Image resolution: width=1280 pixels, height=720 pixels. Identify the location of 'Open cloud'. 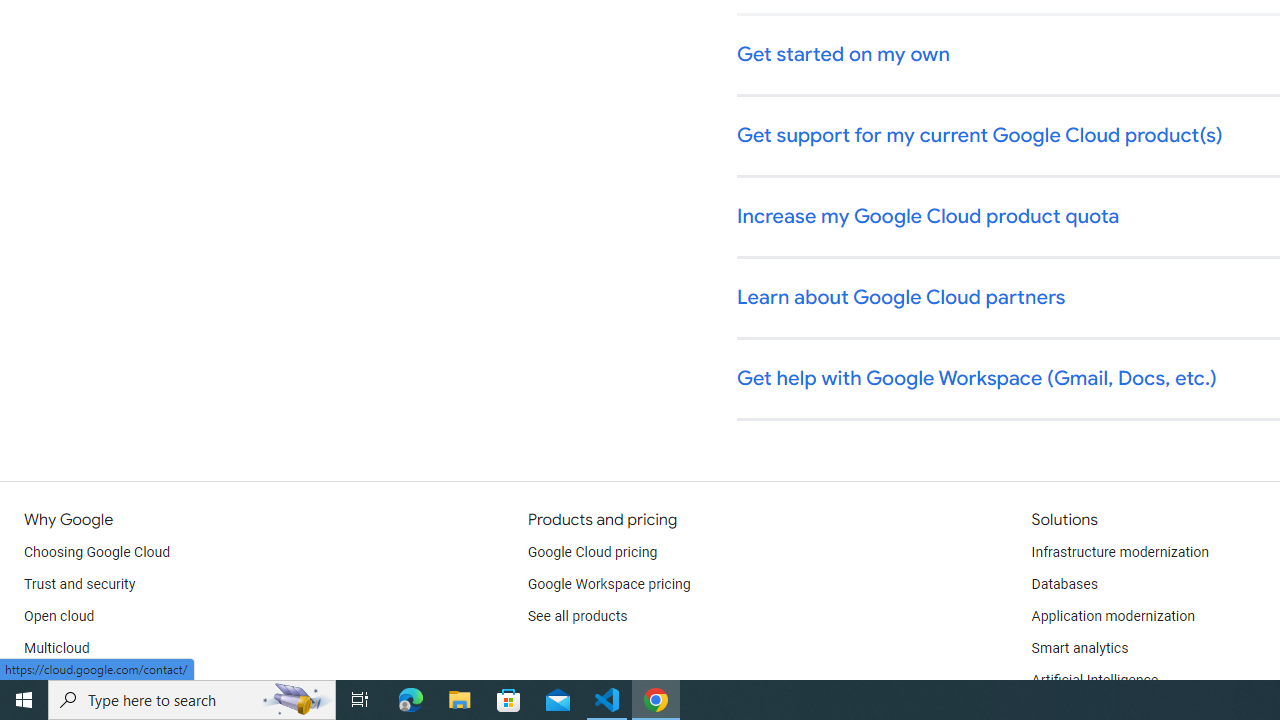
(59, 616).